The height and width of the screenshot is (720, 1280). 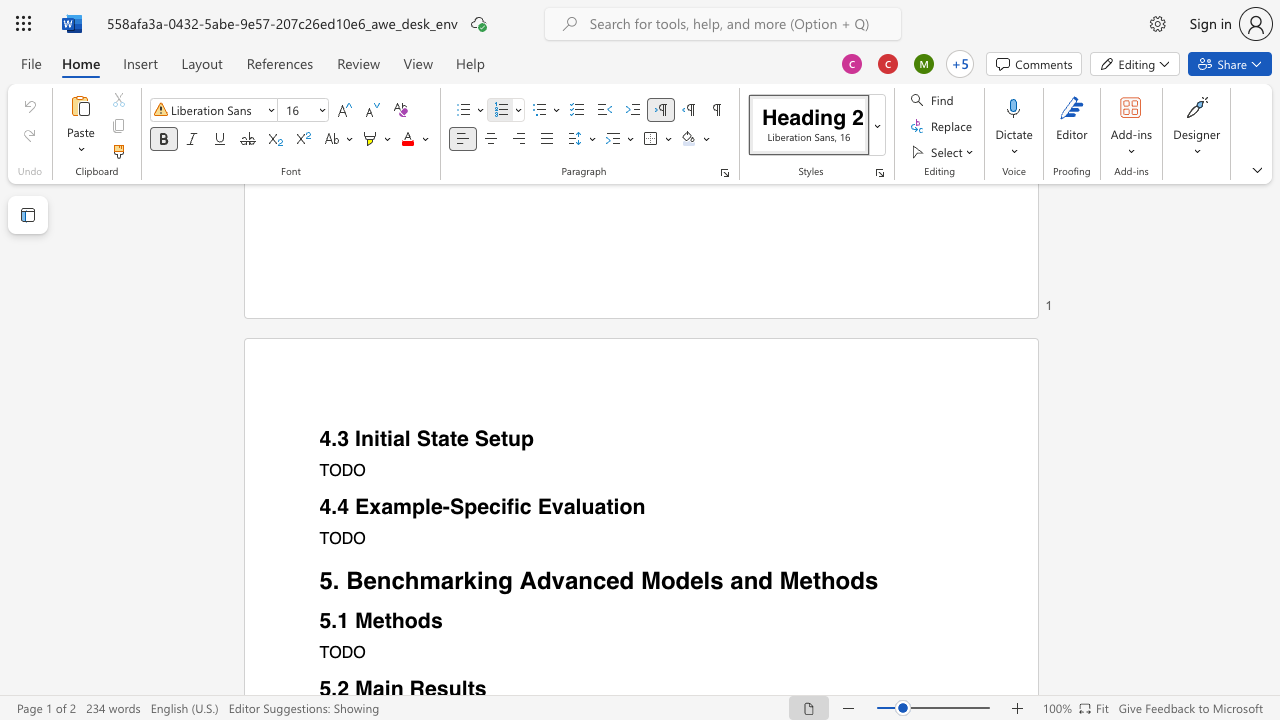 I want to click on the 1th character "5" in the text, so click(x=325, y=620).